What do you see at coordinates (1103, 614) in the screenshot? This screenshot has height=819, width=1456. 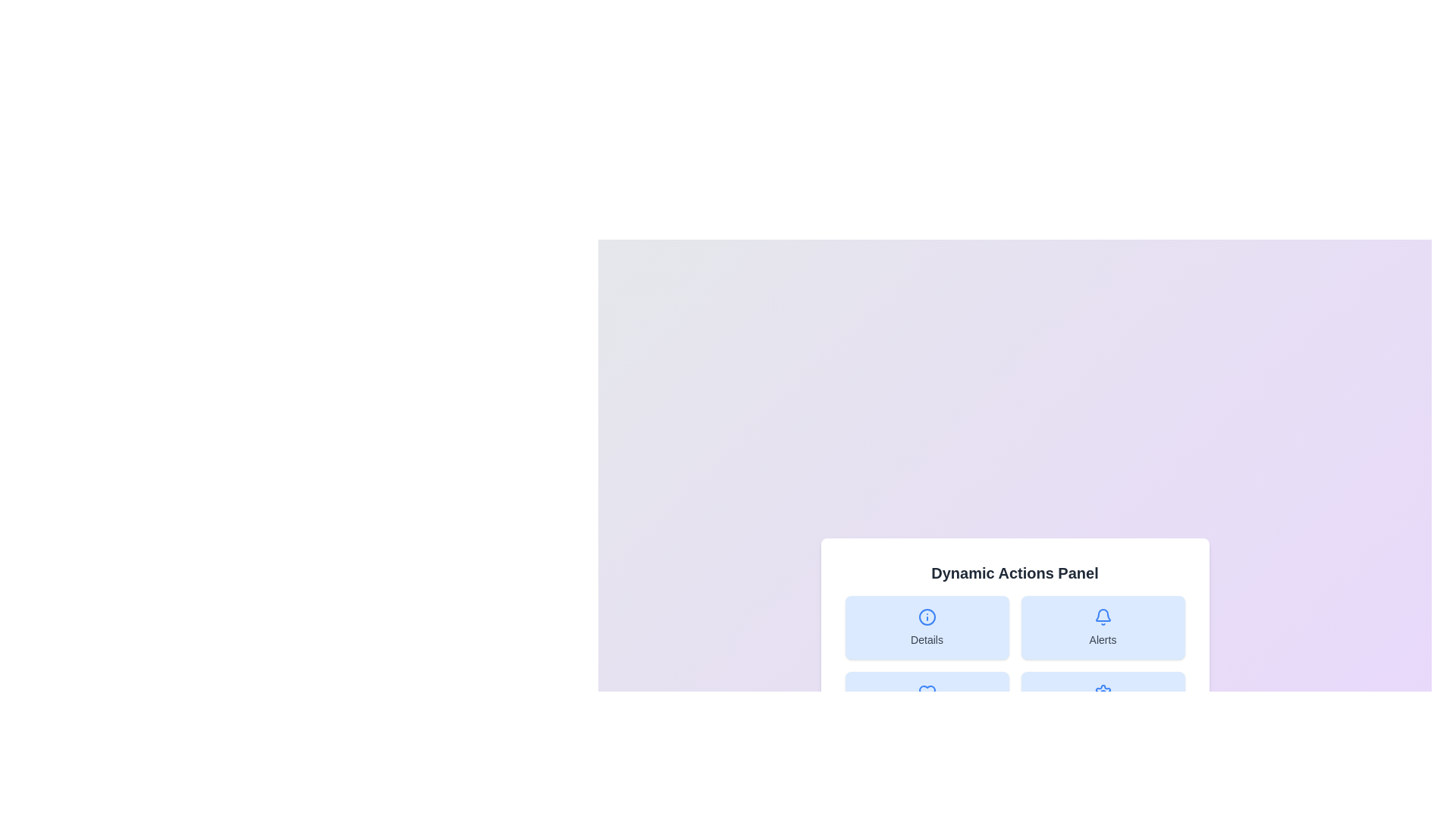 I see `the bell icon within the 'Dynamic Actions Panel'` at bounding box center [1103, 614].